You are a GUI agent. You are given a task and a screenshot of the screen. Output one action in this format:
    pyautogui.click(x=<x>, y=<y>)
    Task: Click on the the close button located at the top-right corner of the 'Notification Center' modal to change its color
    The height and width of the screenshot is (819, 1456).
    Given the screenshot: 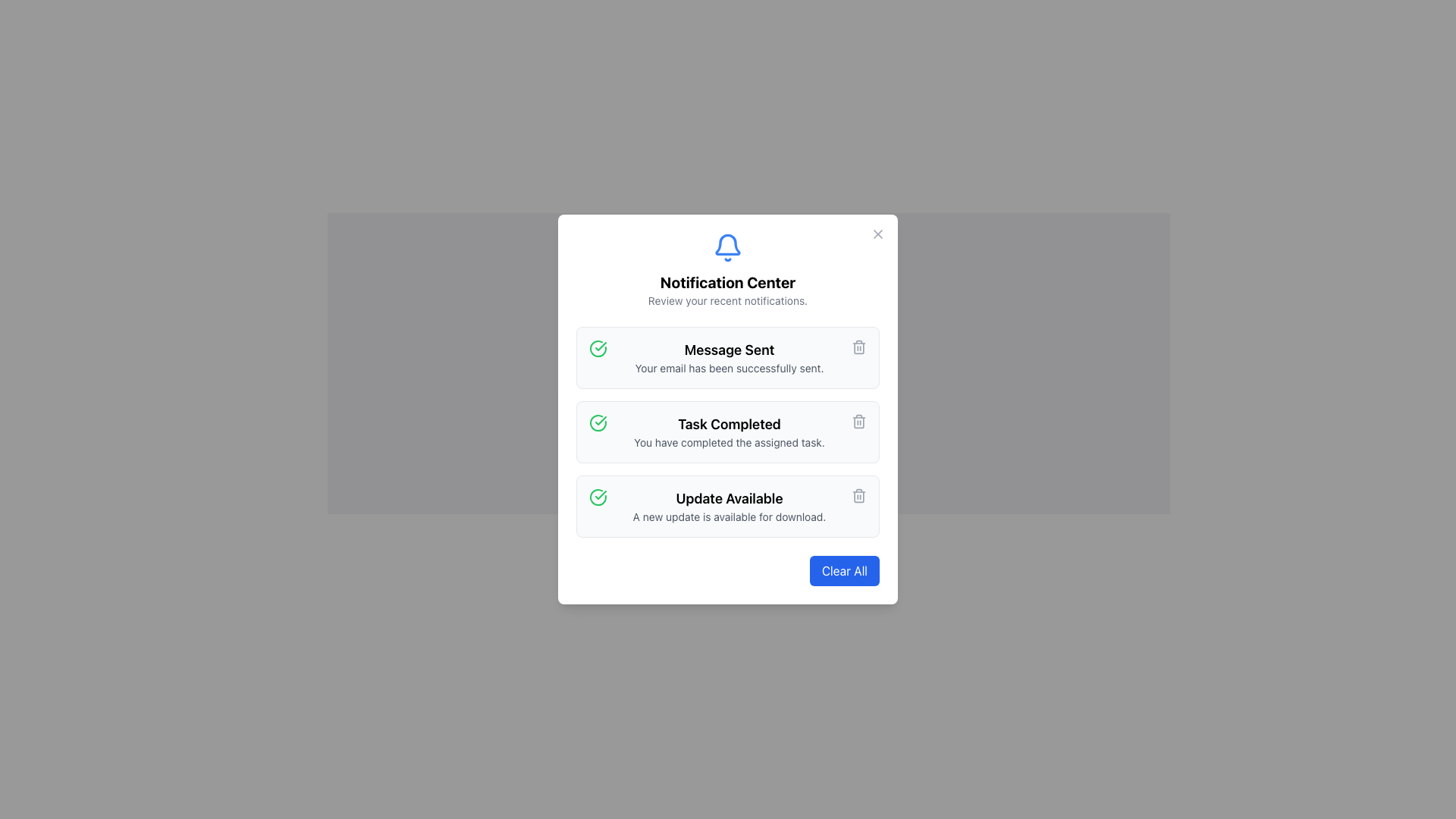 What is the action you would take?
    pyautogui.click(x=877, y=234)
    